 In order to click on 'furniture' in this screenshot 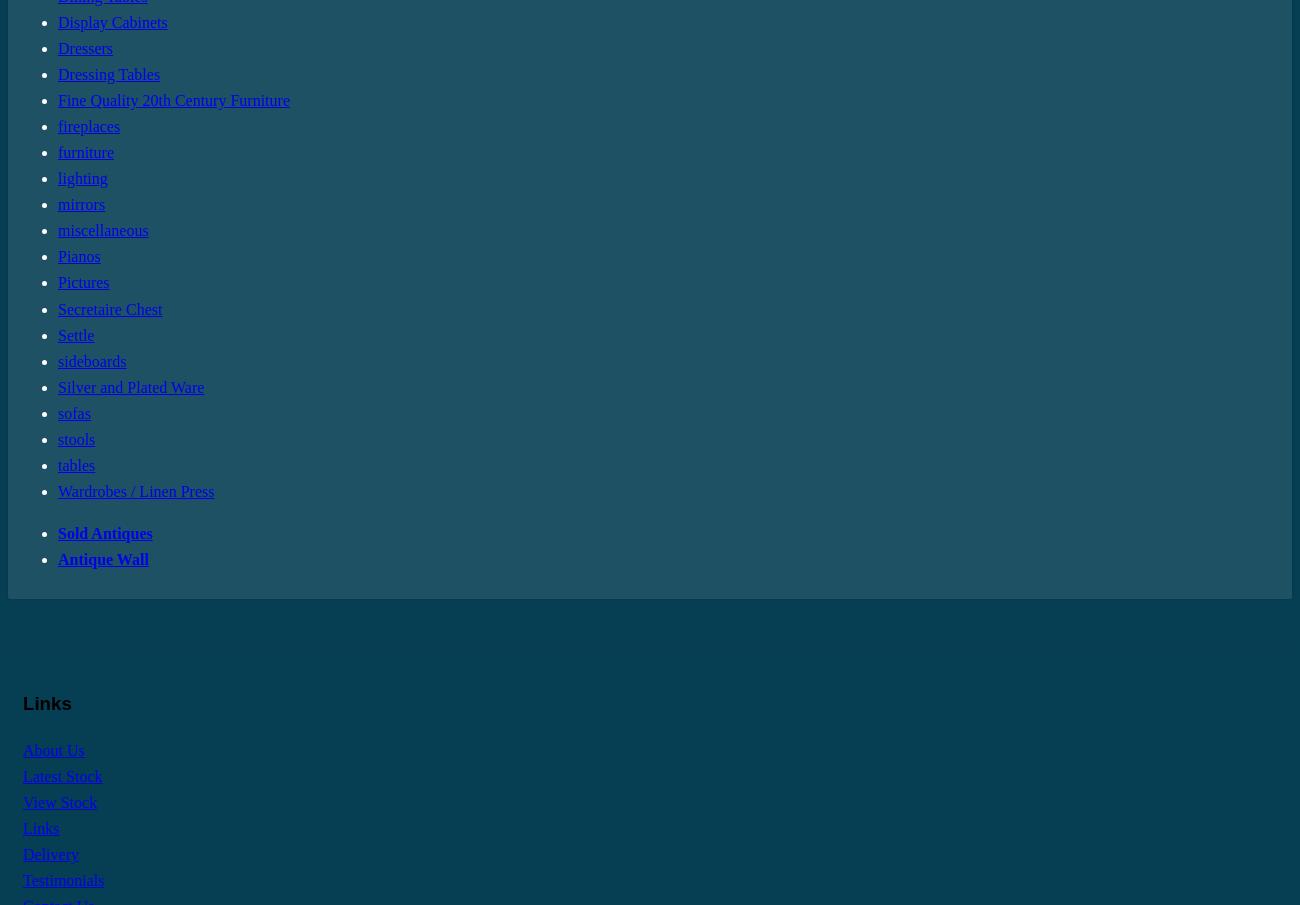, I will do `click(85, 152)`.